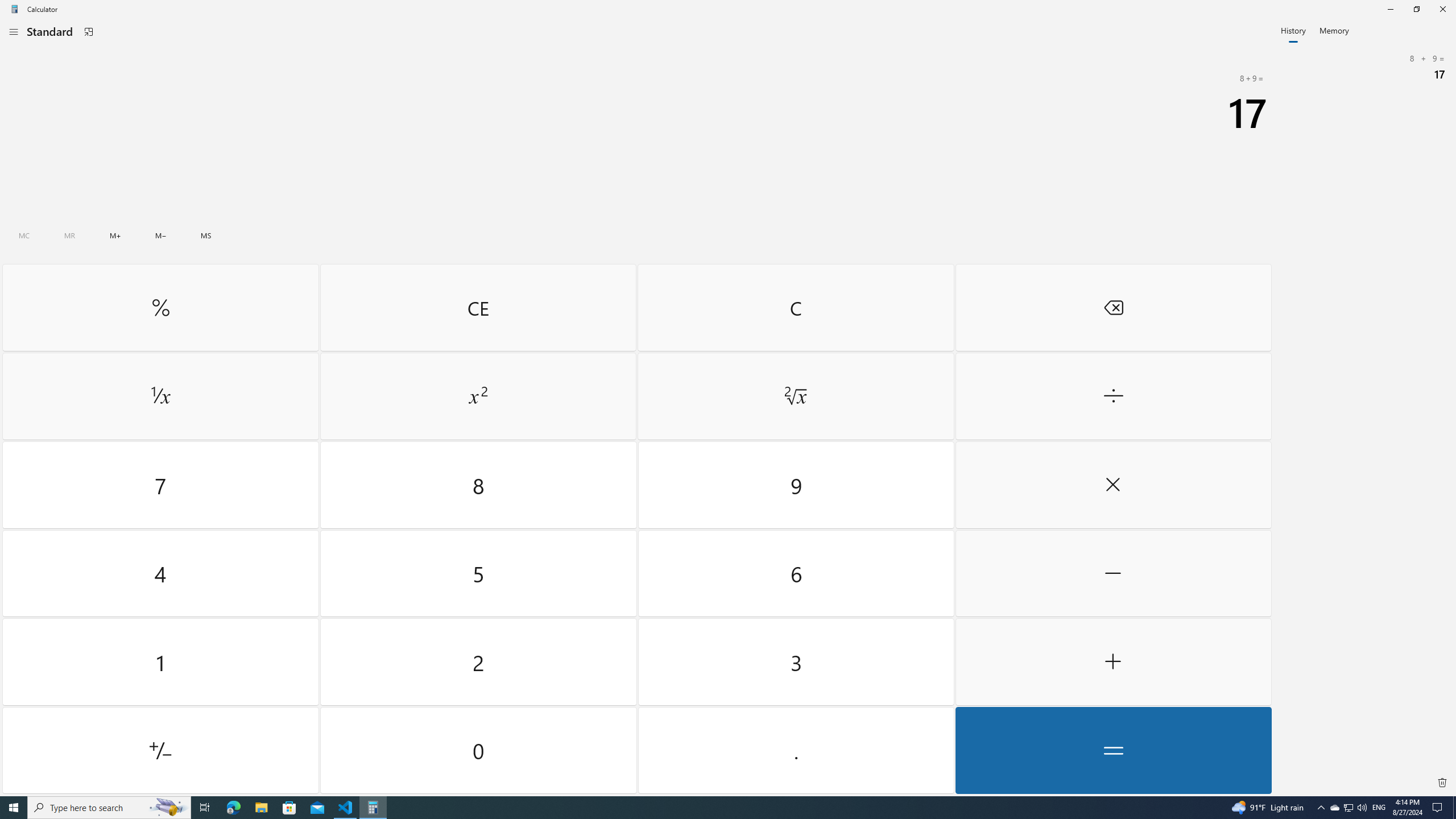  Describe the element at coordinates (1293, 29) in the screenshot. I see `'History'` at that location.